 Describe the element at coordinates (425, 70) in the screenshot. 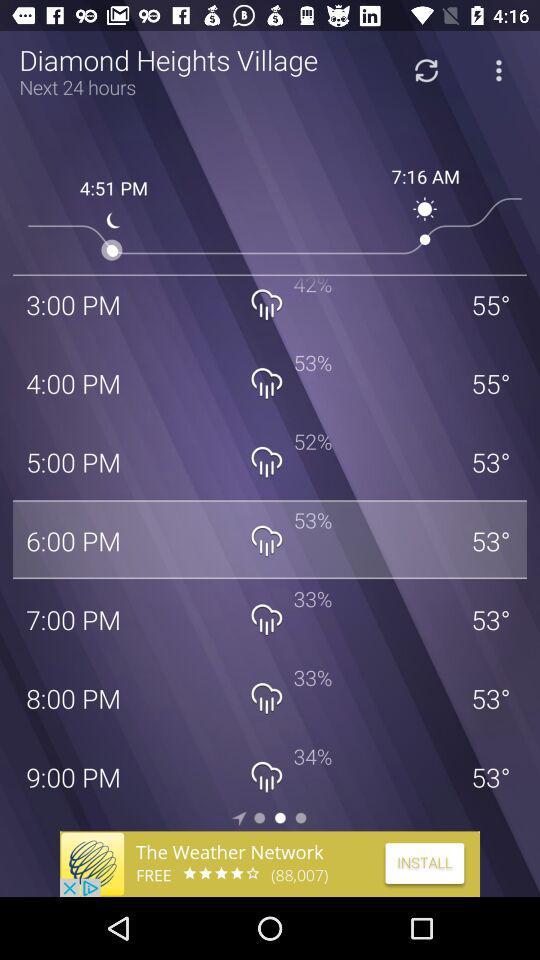

I see `refresh` at that location.